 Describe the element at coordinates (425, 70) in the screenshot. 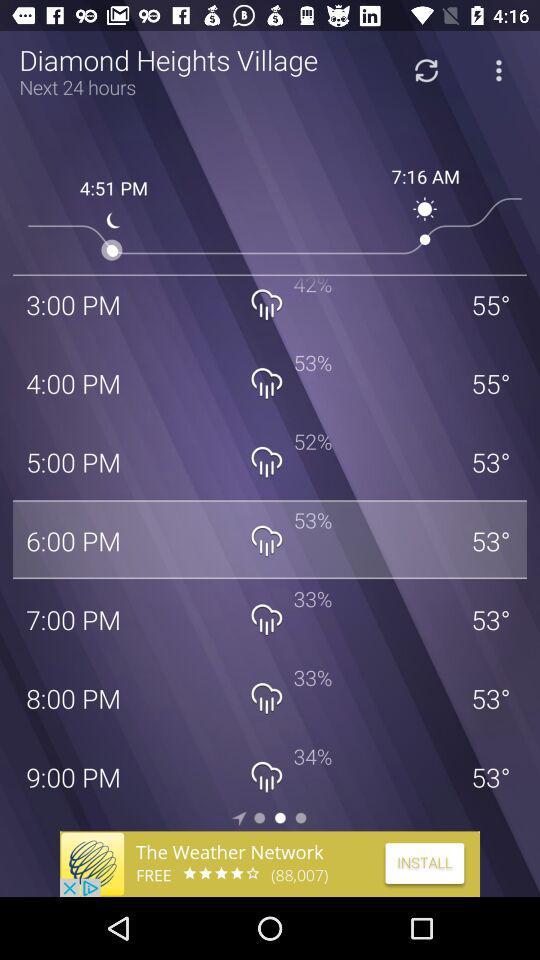

I see `refresh` at that location.